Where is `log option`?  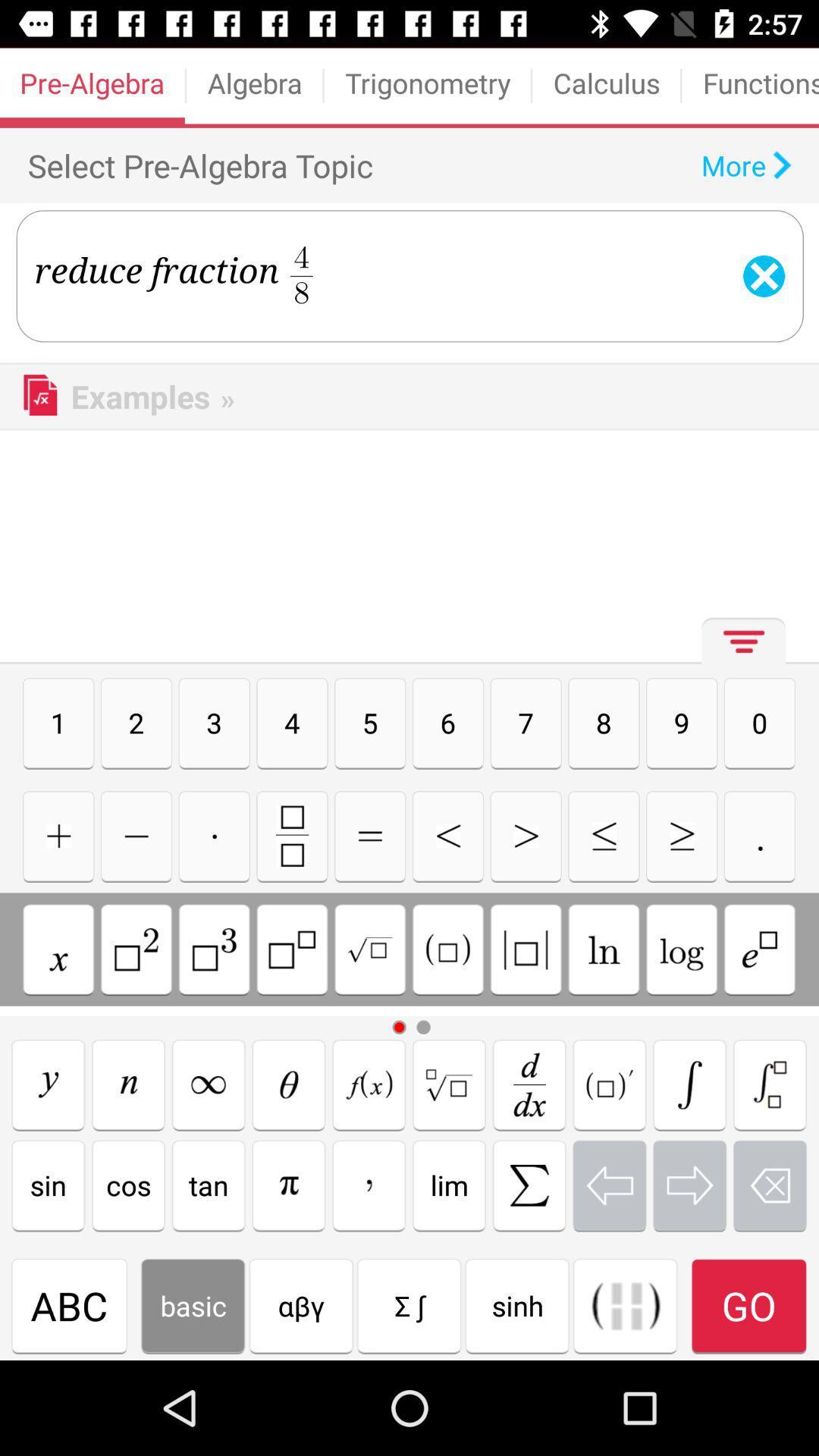 log option is located at coordinates (681, 949).